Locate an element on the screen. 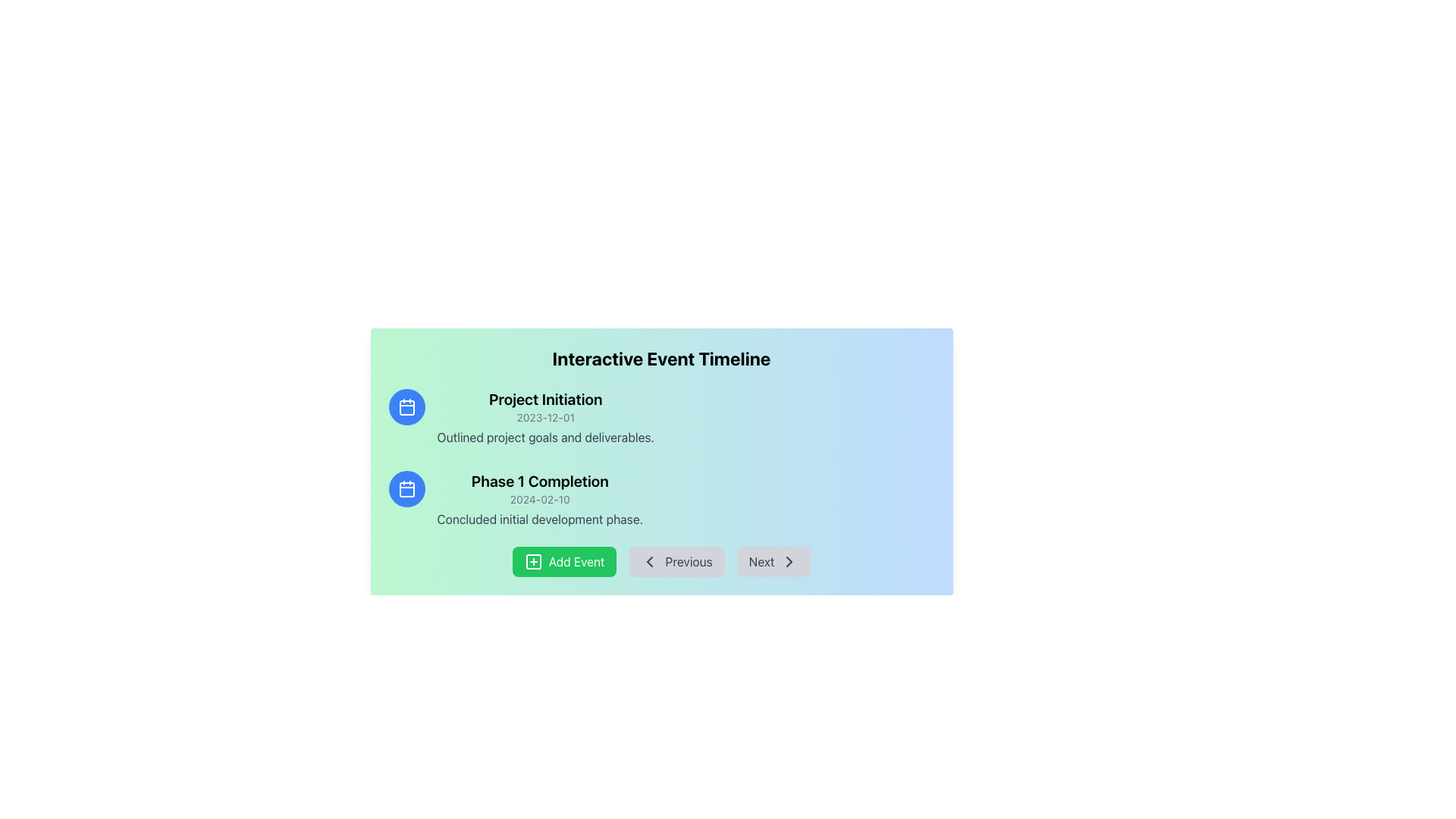  the circular blue button with a white calendar icon located to the left of the text 'Phase 1 Completion' in the timeline interface is located at coordinates (406, 488).